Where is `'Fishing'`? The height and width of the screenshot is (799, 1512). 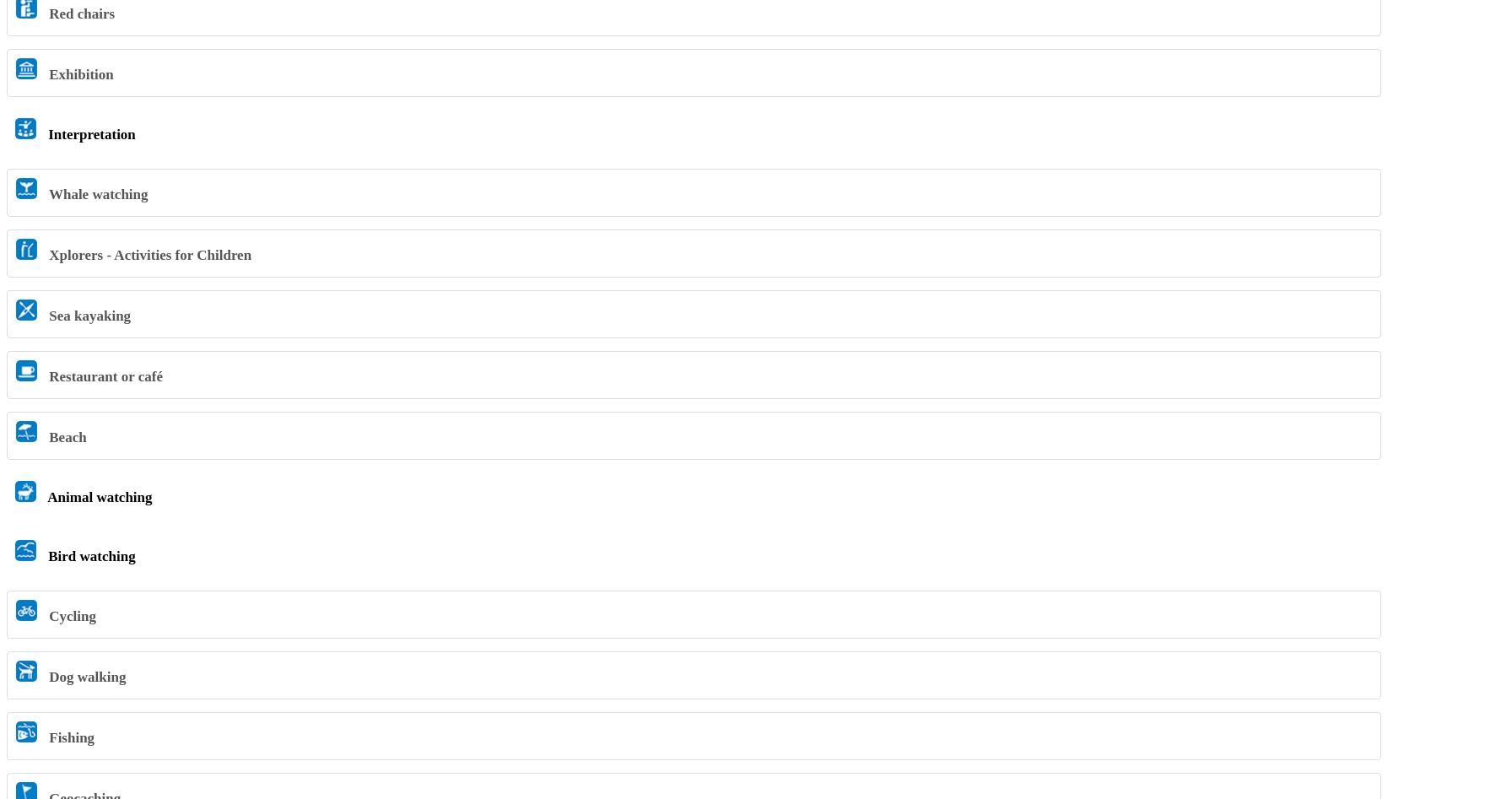 'Fishing' is located at coordinates (45, 736).